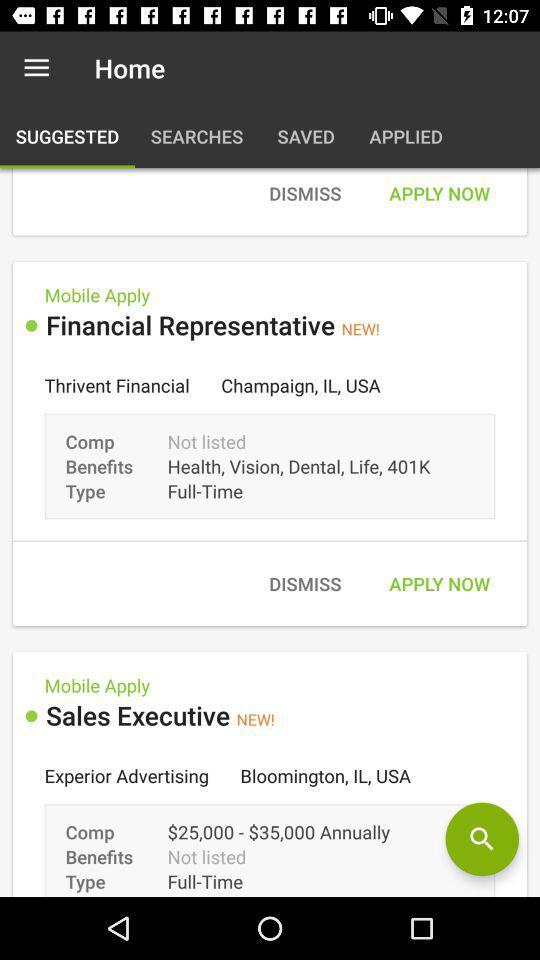  Describe the element at coordinates (481, 839) in the screenshot. I see `icon at the bottom right corner` at that location.